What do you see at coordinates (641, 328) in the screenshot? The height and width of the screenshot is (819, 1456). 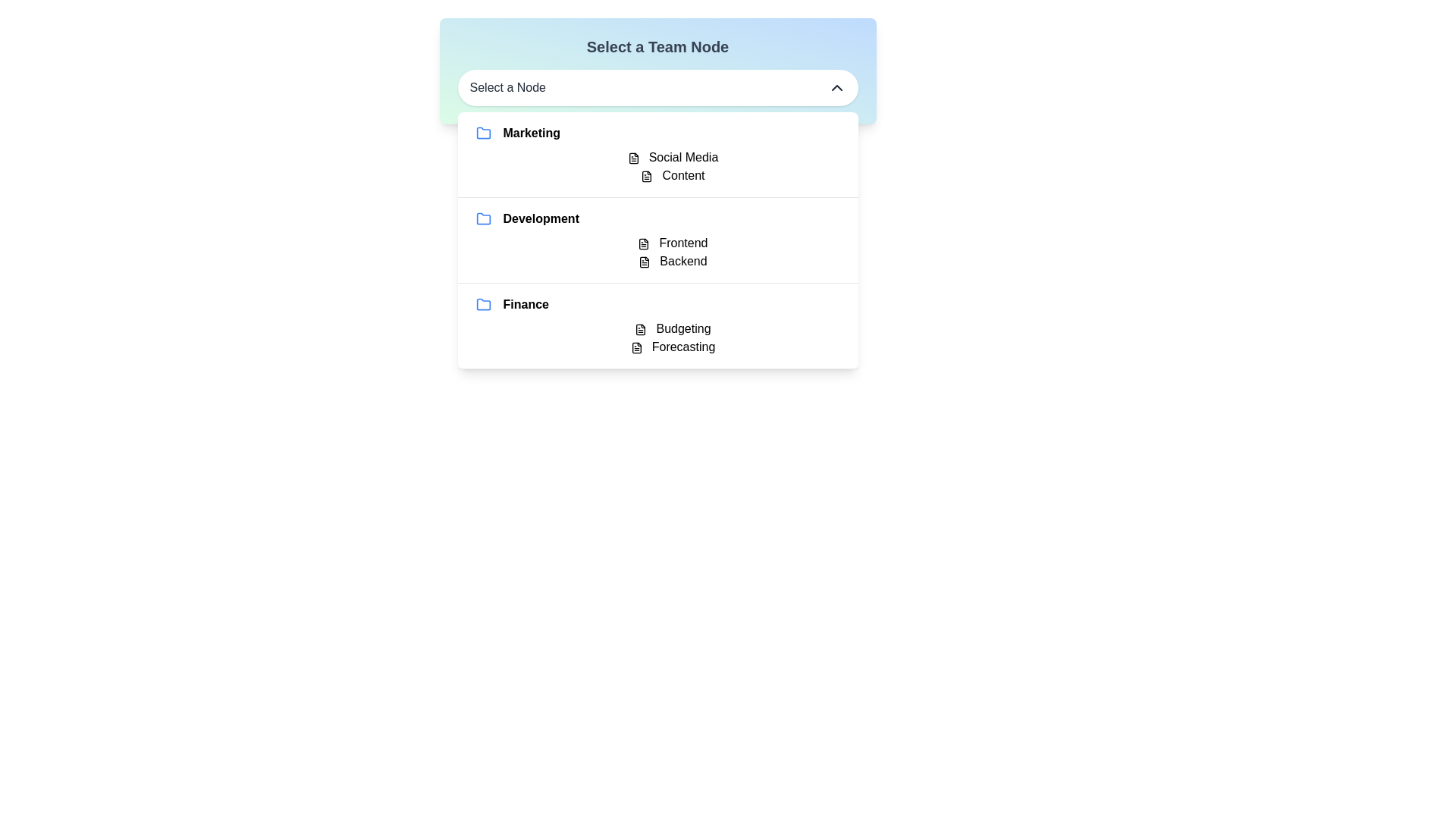 I see `the 'Budgeting' icon in the Finance section of the dropdown menu, which serves as a visual indicator for the Budgeting functionality` at bounding box center [641, 328].